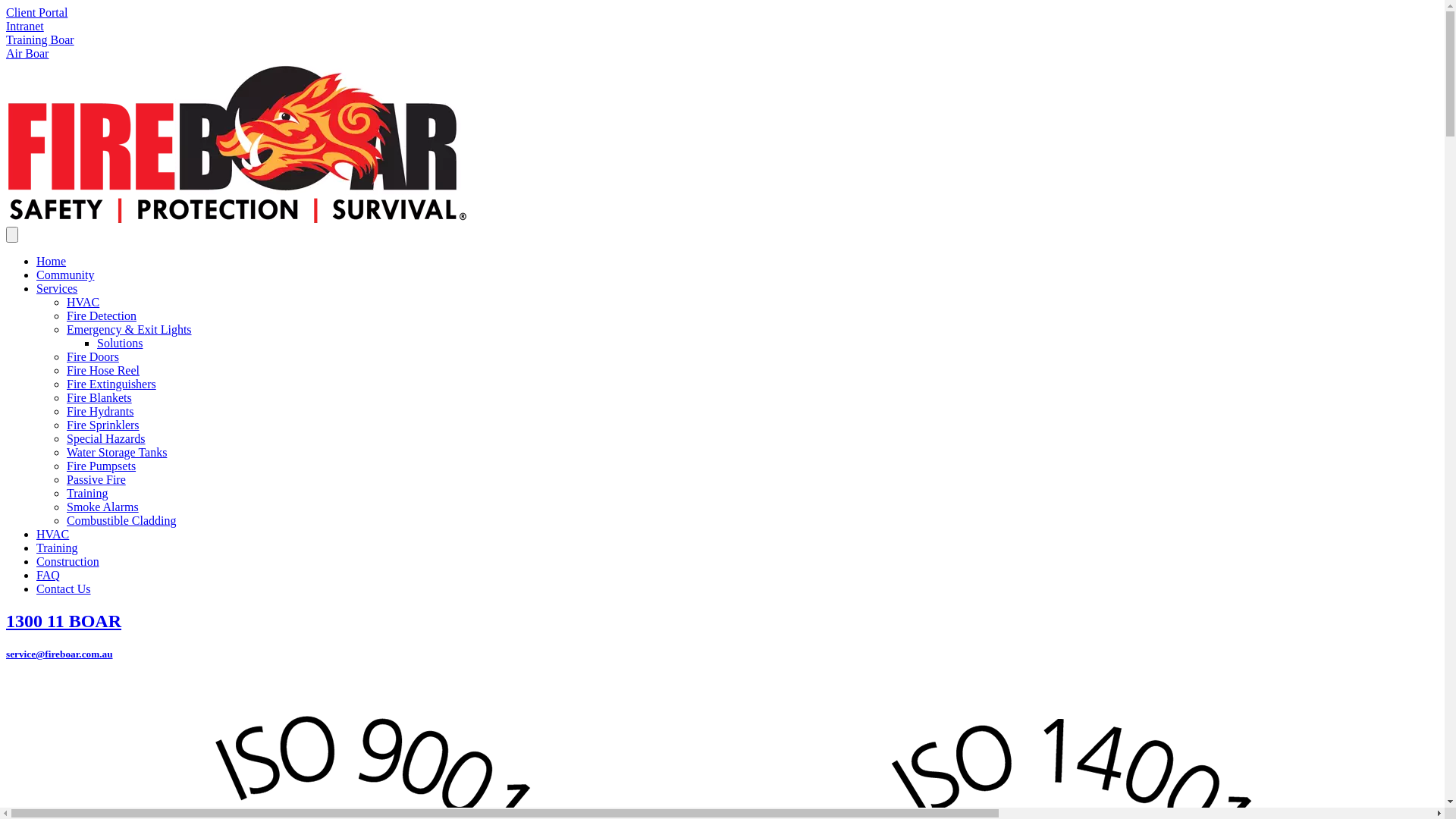  I want to click on 'Training', so click(57, 548).